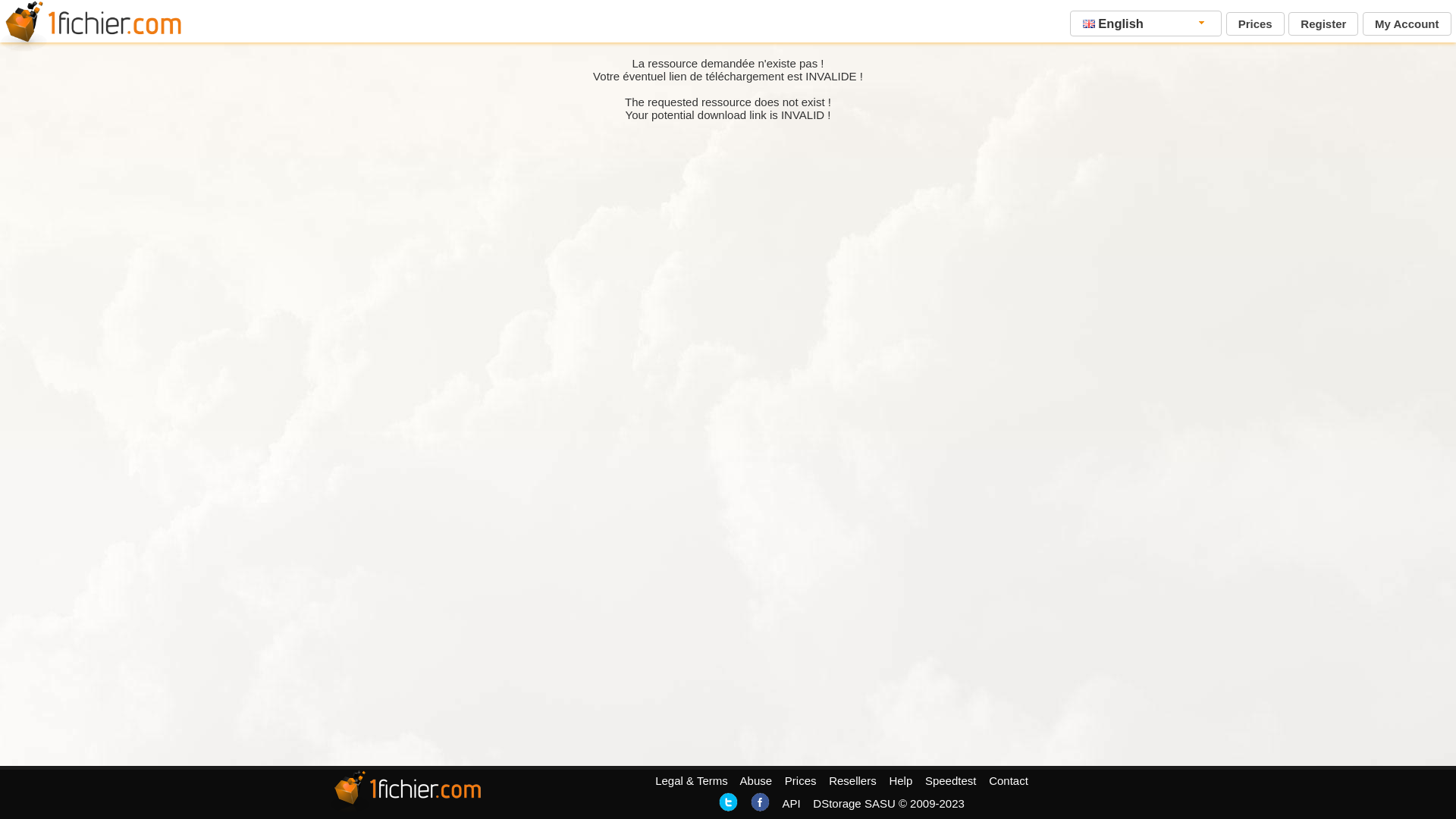 Image resolution: width=1456 pixels, height=819 pixels. What do you see at coordinates (888, 780) in the screenshot?
I see `'Help'` at bounding box center [888, 780].